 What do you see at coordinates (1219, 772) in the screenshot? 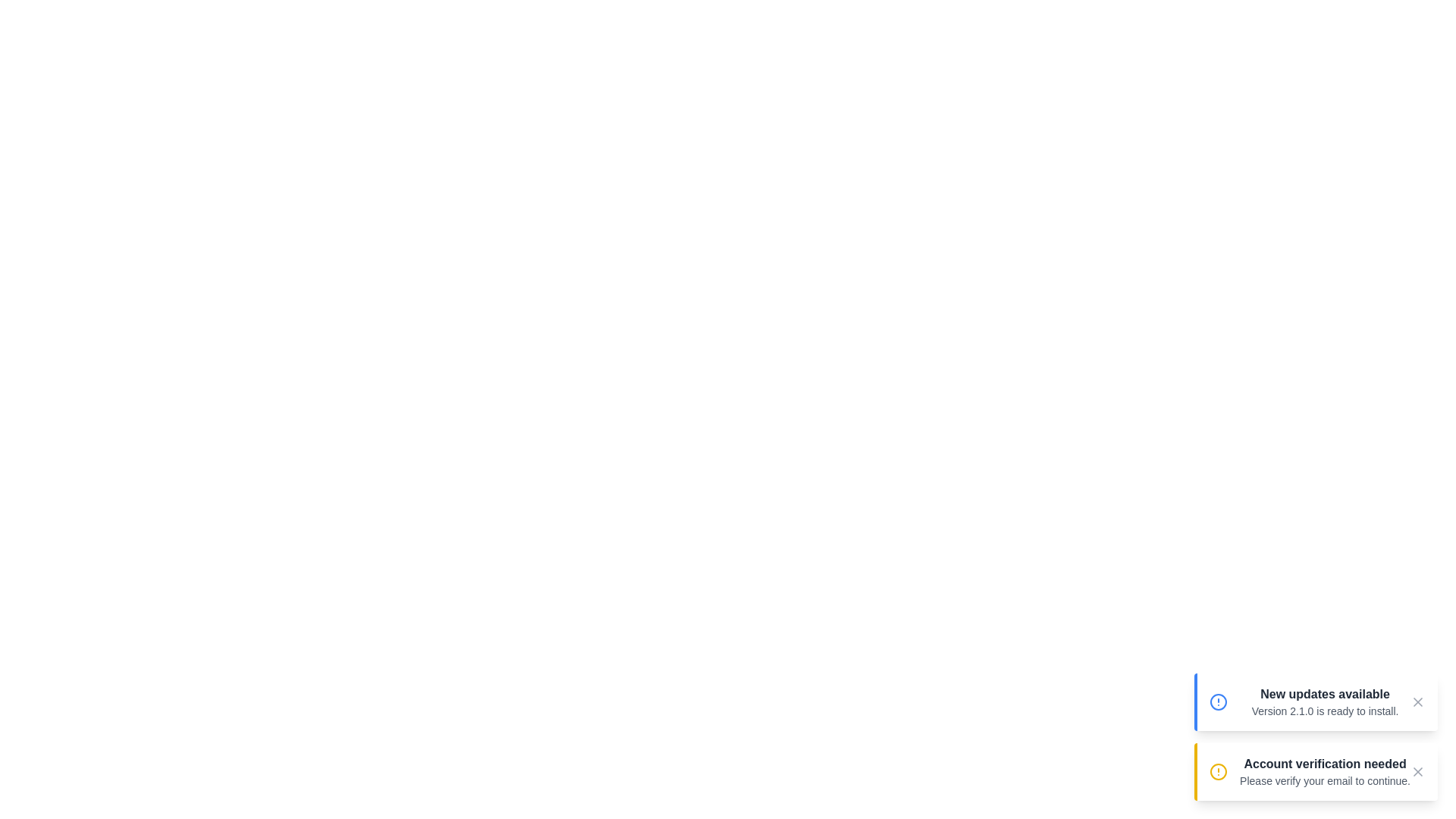
I see `the notification icon corresponding to warning` at bounding box center [1219, 772].